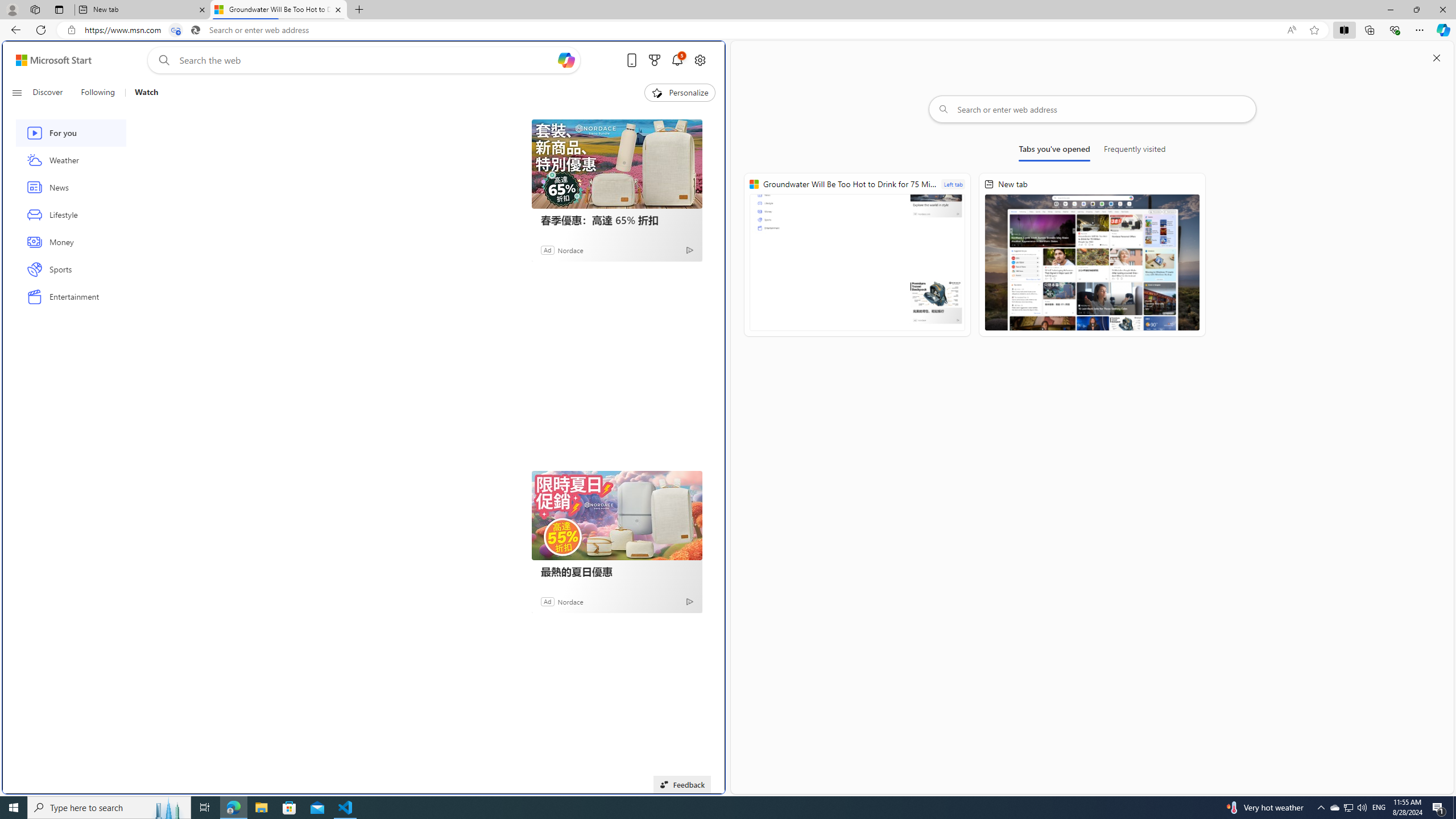 Image resolution: width=1456 pixels, height=819 pixels. What do you see at coordinates (1134, 151) in the screenshot?
I see `'Frequently visited'` at bounding box center [1134, 151].